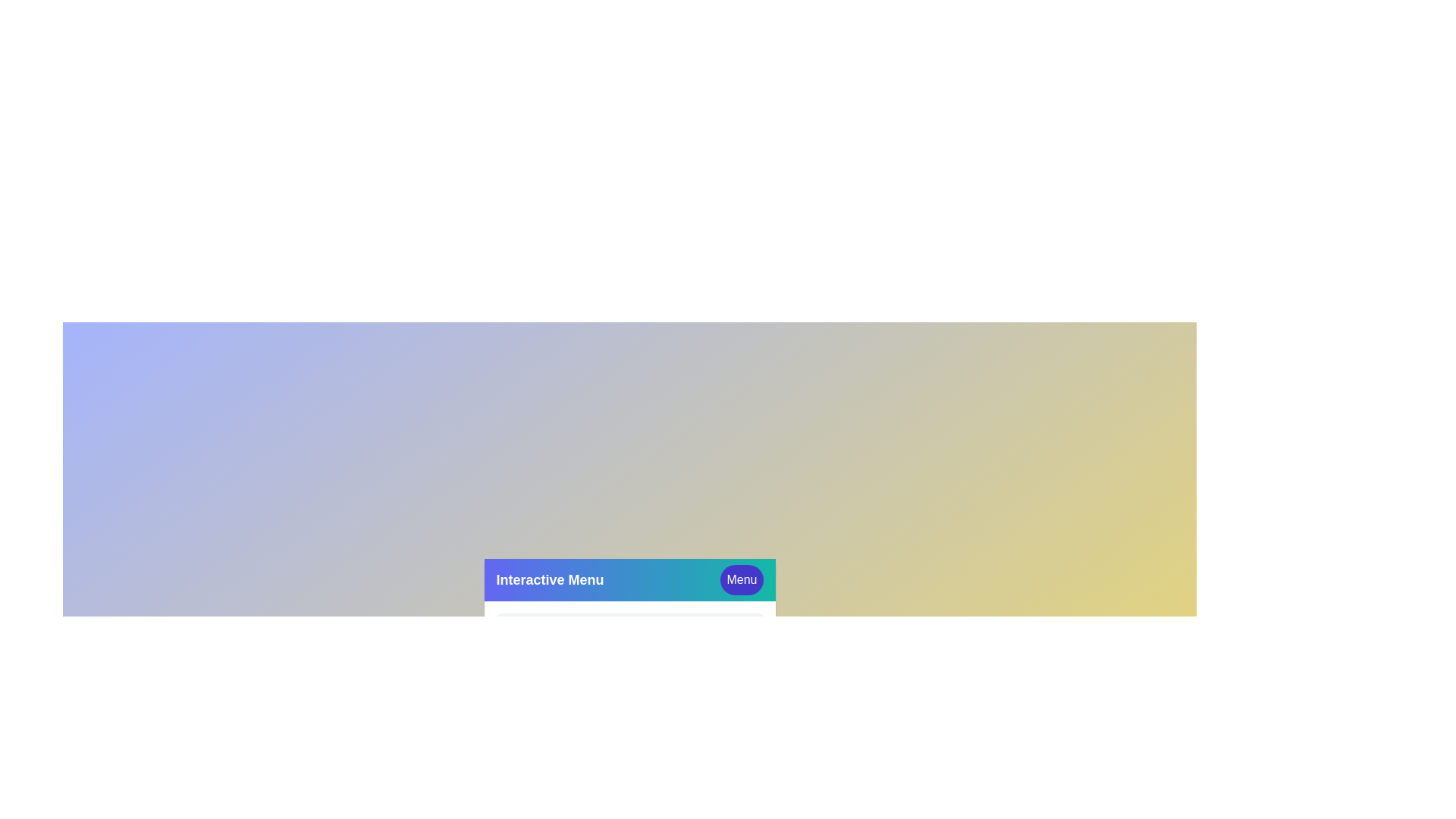  I want to click on the 'Menu' button to toggle the menu's visibility, so click(742, 579).